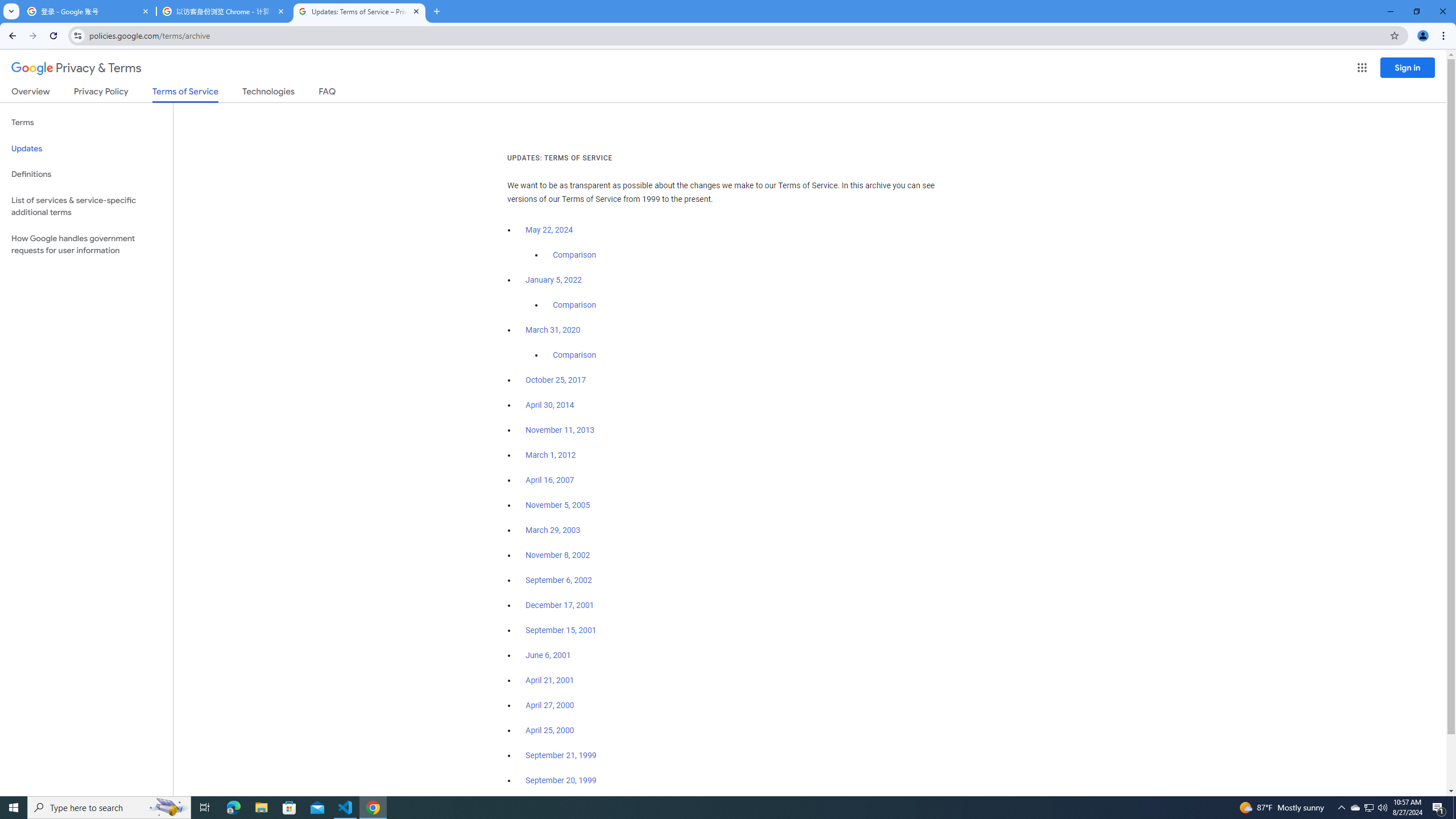 This screenshot has width=1456, height=819. What do you see at coordinates (552, 530) in the screenshot?
I see `'March 29, 2003'` at bounding box center [552, 530].